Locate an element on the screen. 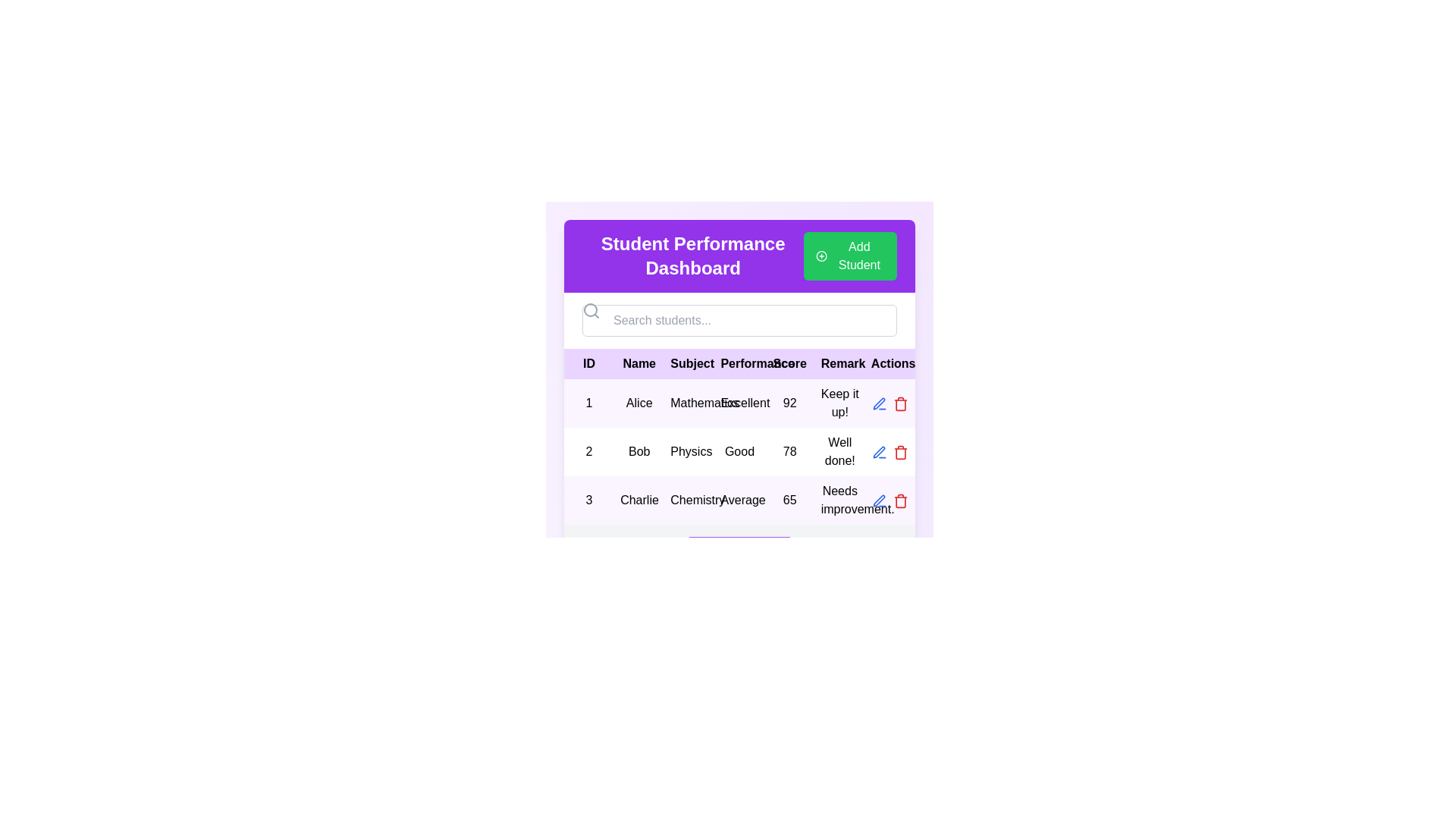  the magnifying glass icon, which represents the search functionality, positioned to the left of the input field labeled 'Search students...' is located at coordinates (590, 309).